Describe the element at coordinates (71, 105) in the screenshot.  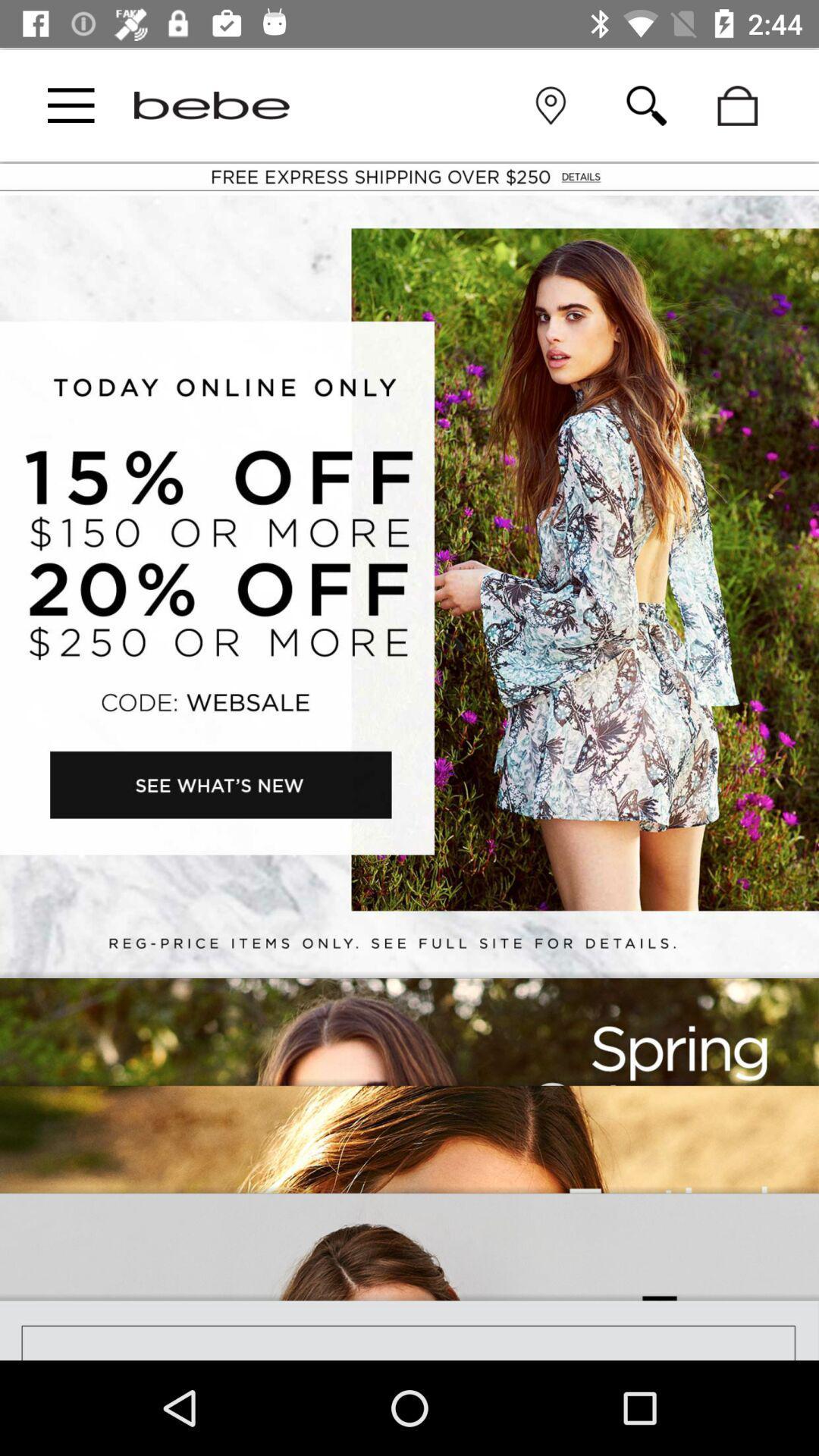
I see `open app menu` at that location.